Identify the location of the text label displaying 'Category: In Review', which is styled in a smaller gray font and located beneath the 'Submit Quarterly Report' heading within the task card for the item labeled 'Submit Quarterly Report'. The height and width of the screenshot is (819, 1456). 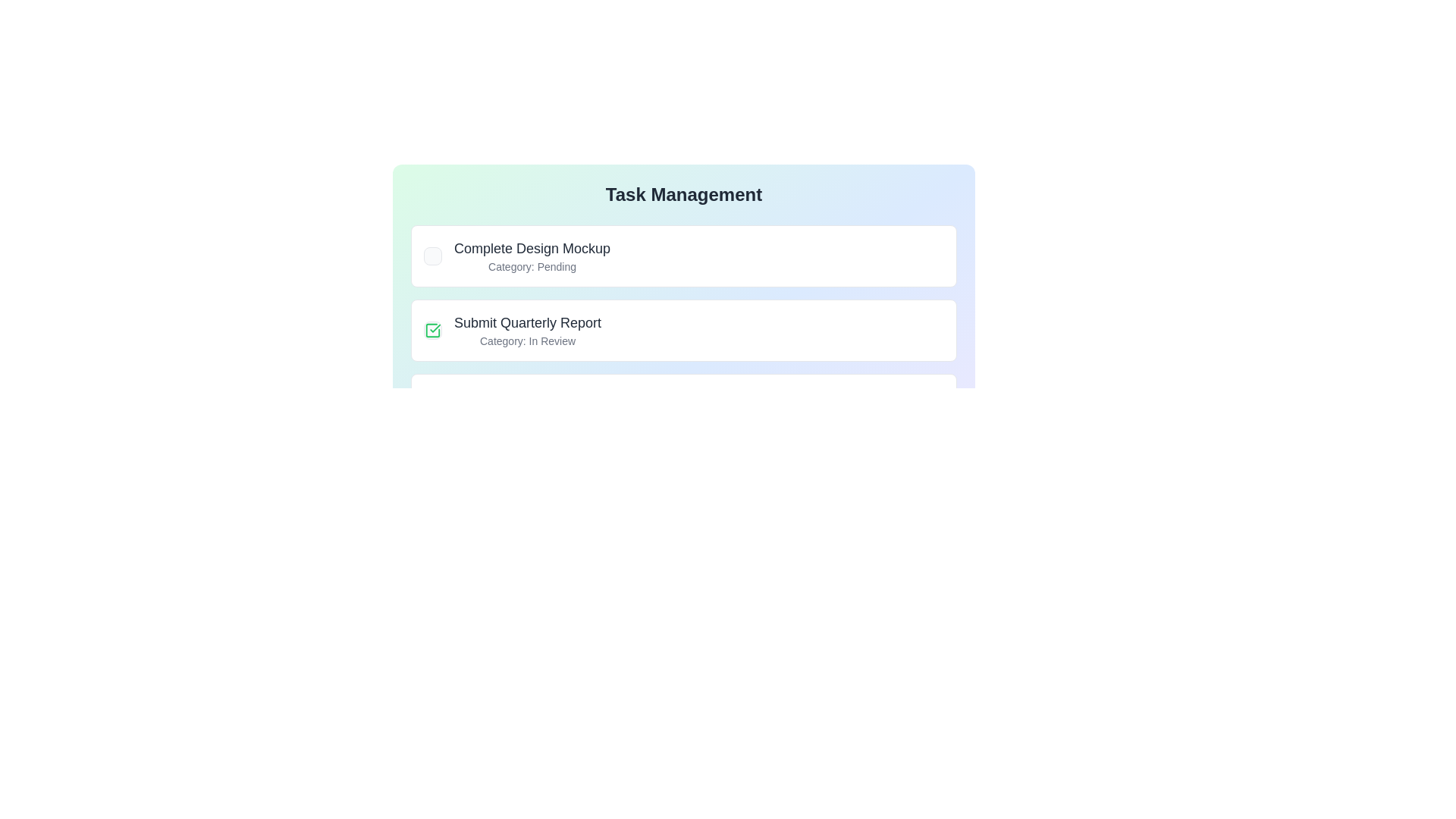
(528, 341).